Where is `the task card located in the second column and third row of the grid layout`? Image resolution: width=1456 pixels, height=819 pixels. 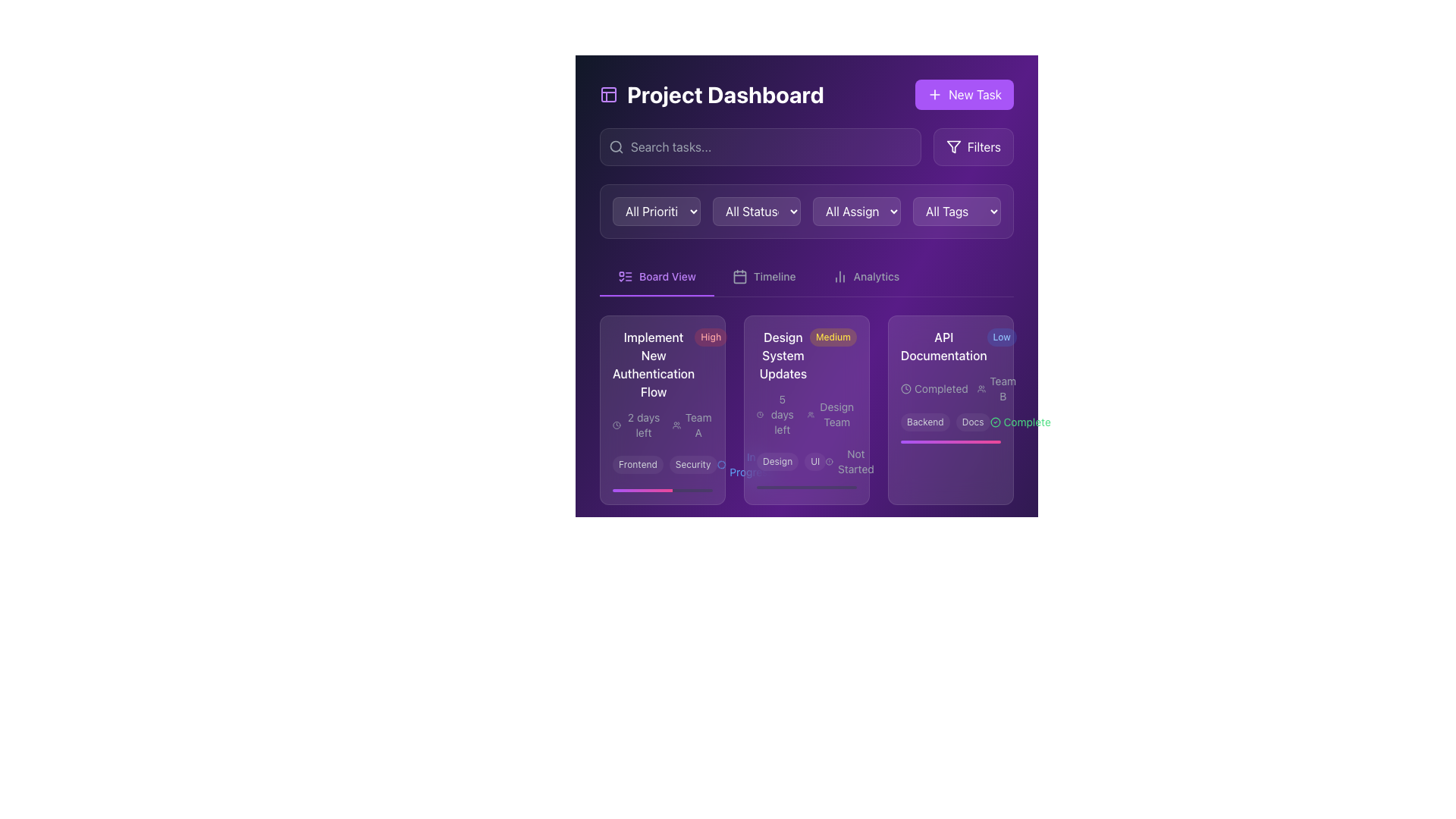 the task card located in the second column and third row of the grid layout is located at coordinates (806, 607).